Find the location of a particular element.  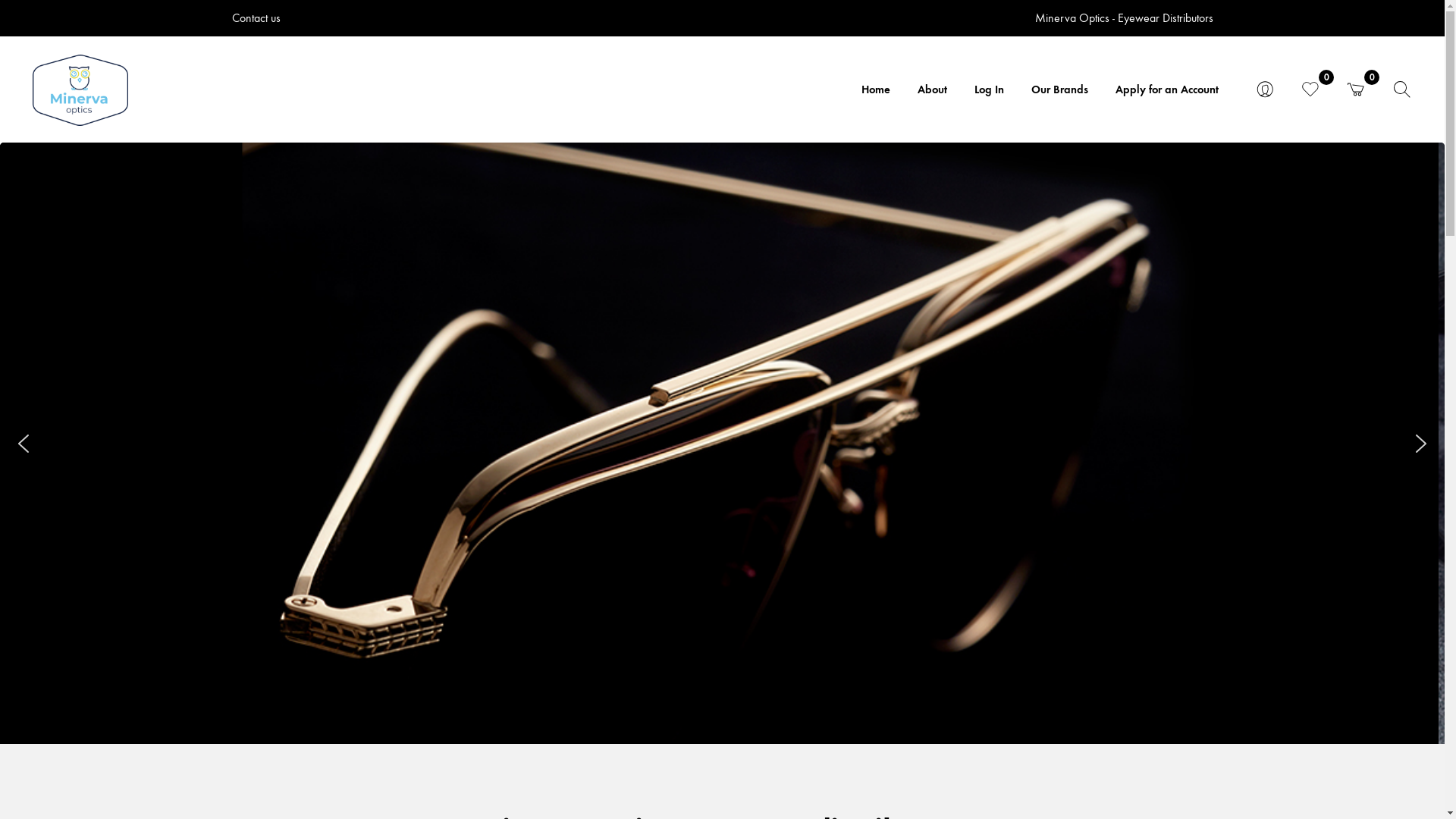

'Log In' is located at coordinates (989, 90).